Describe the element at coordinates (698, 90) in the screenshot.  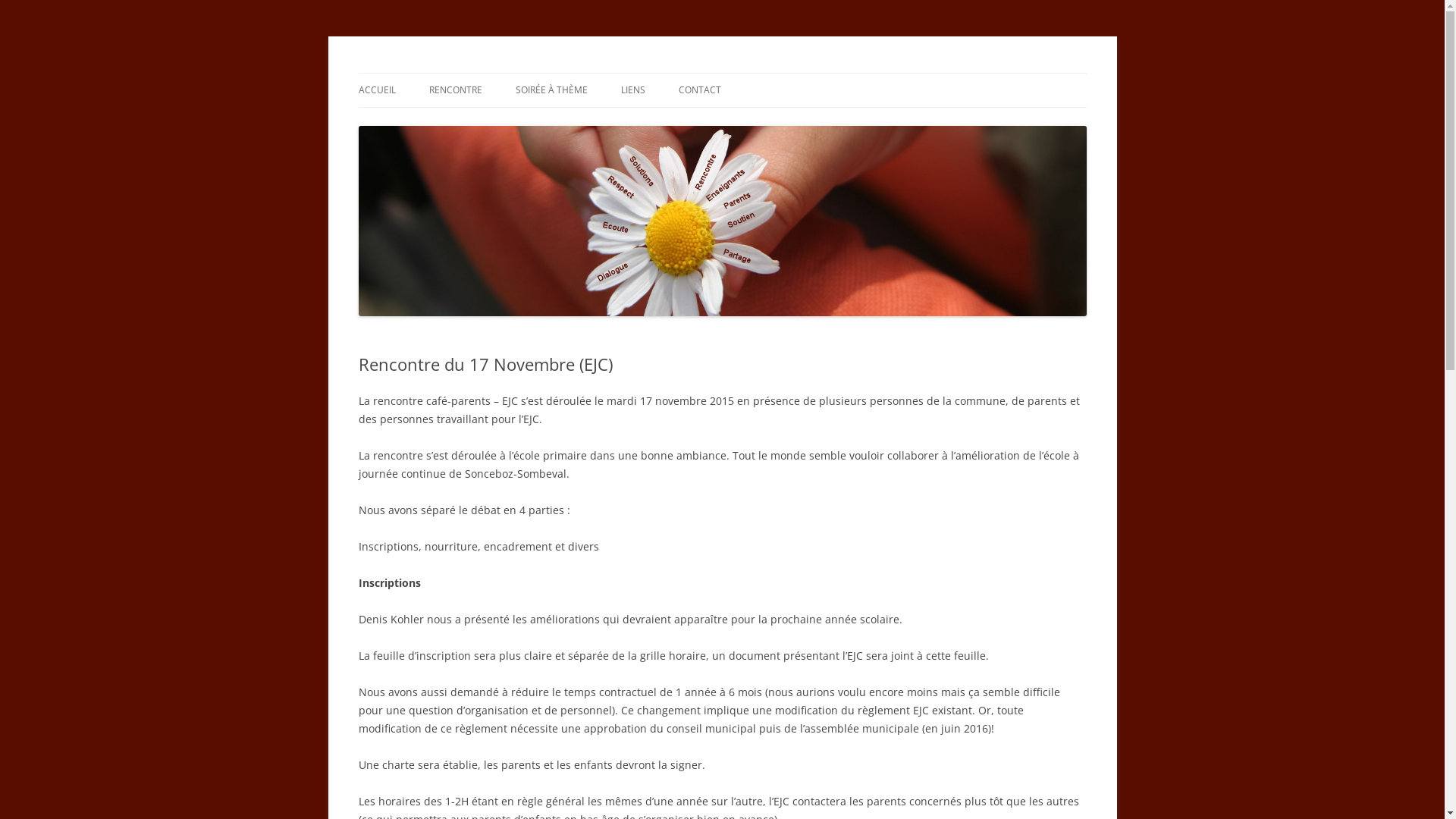
I see `'CONTACT'` at that location.